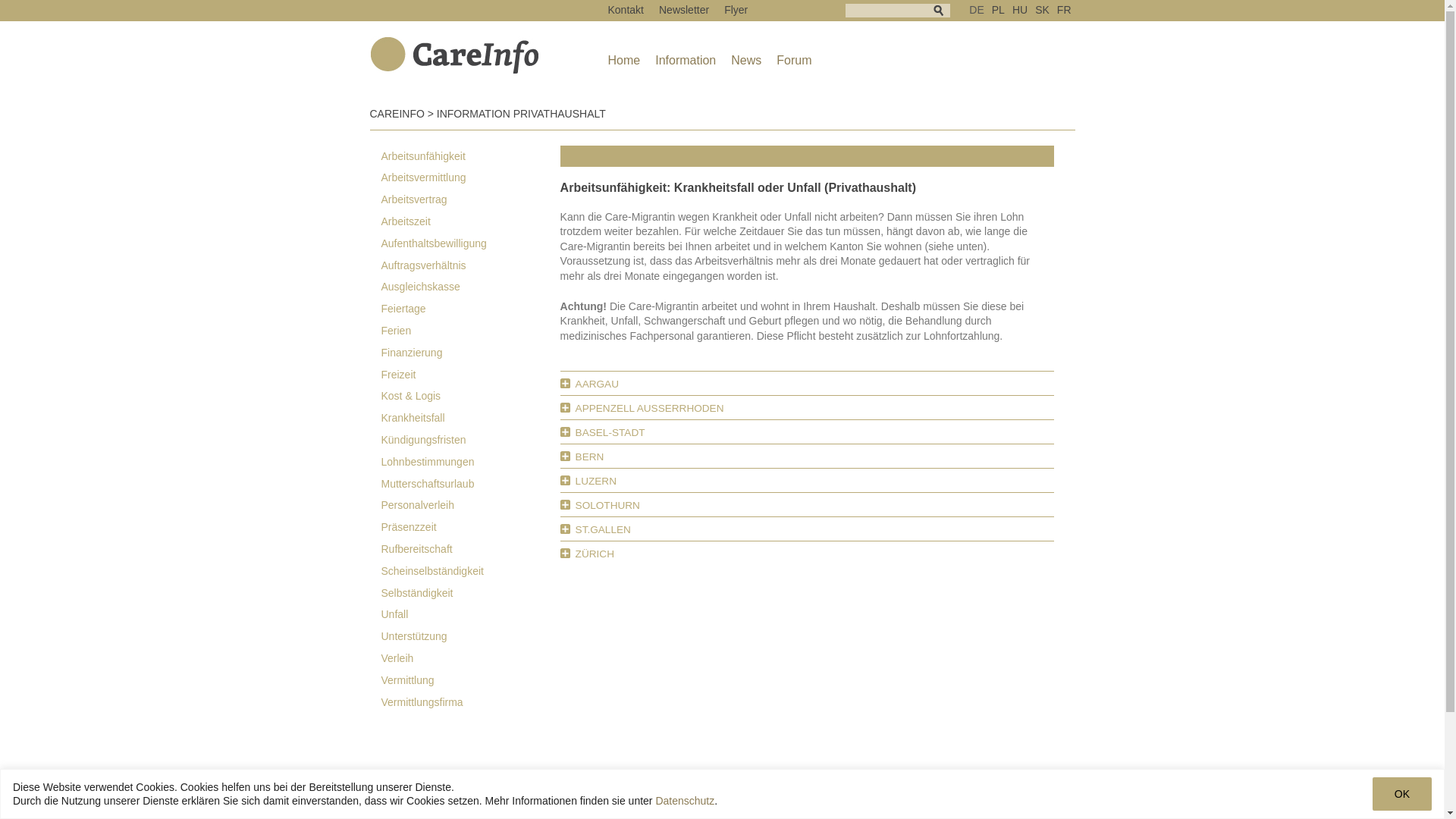 Image resolution: width=1456 pixels, height=819 pixels. What do you see at coordinates (370, 484) in the screenshot?
I see `'Mutterschaftsurlaub'` at bounding box center [370, 484].